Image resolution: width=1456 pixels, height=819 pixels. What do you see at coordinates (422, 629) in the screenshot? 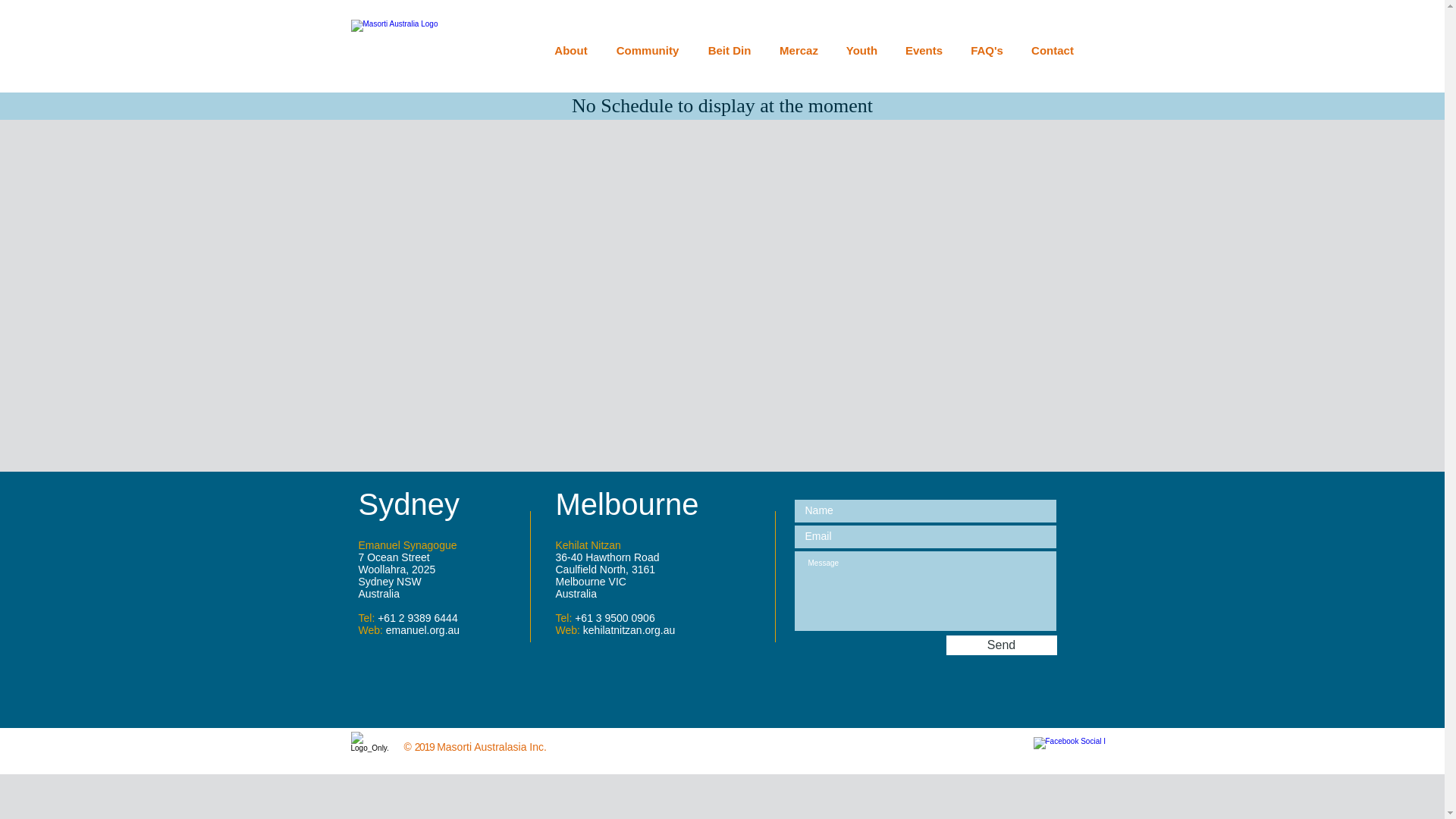
I see `'emanuel.org.au'` at bounding box center [422, 629].